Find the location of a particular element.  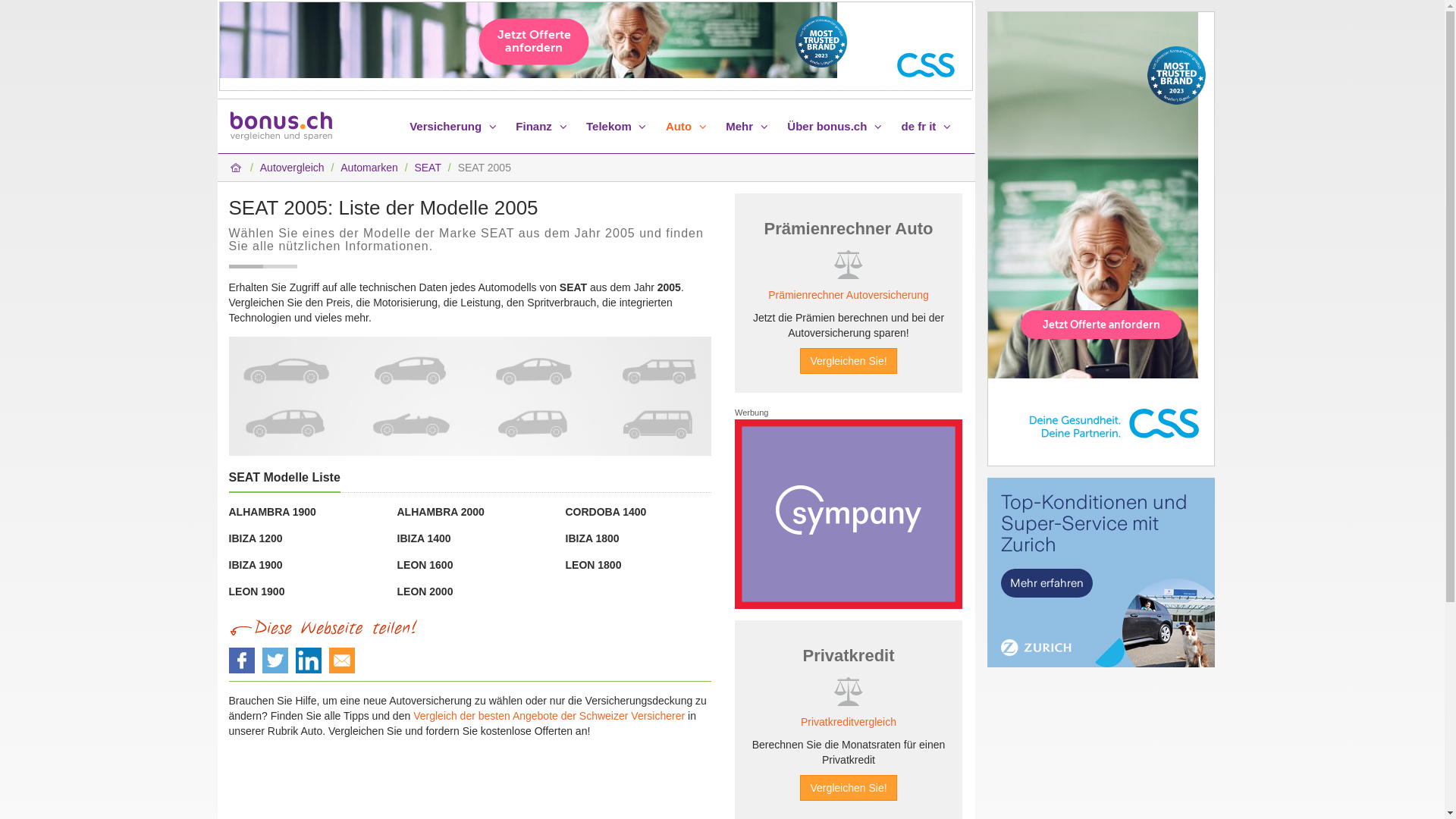

'LEON 2000' is located at coordinates (397, 590).